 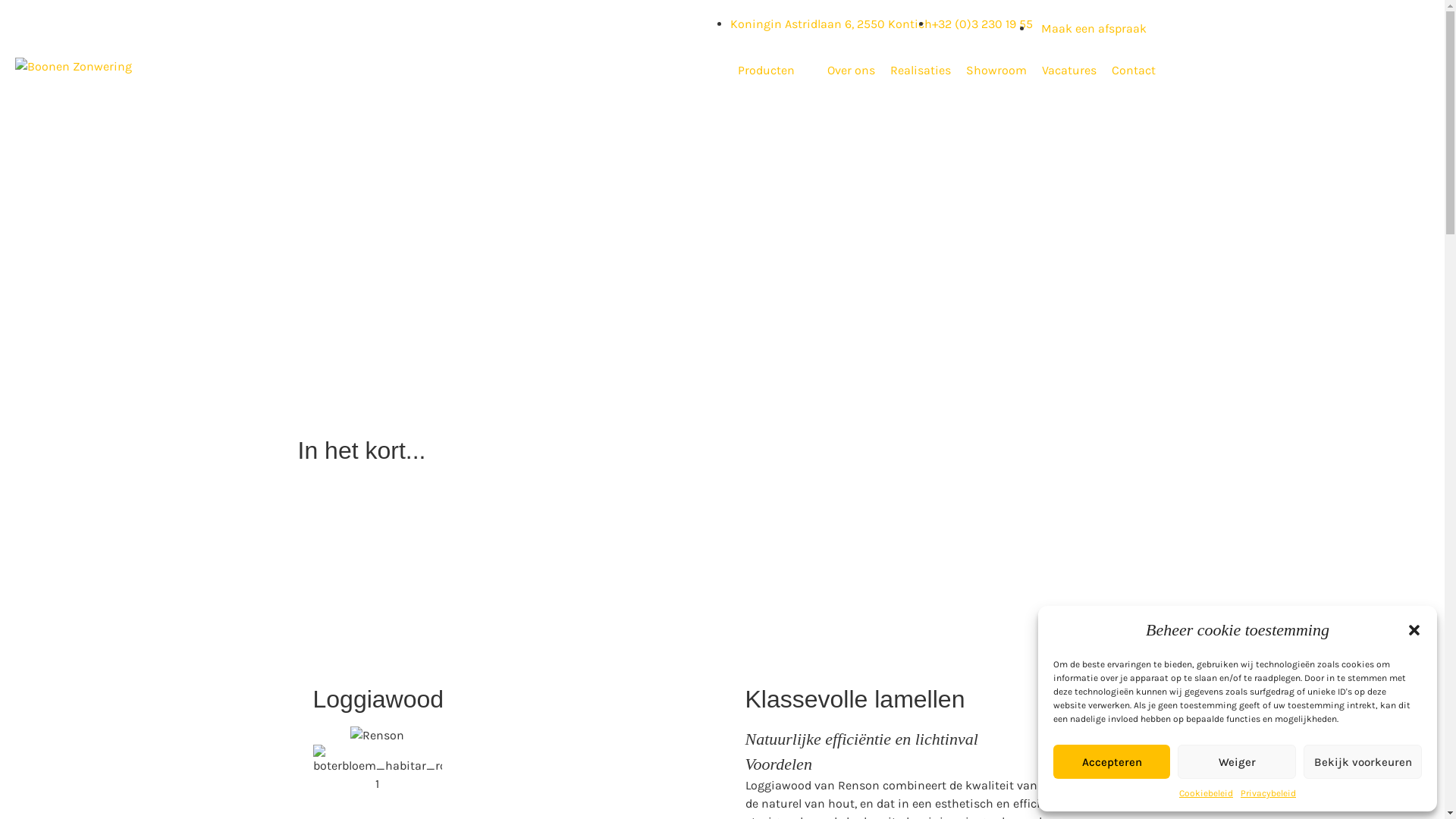 What do you see at coordinates (981, 24) in the screenshot?
I see `'+32 (0)3 230 19 55'` at bounding box center [981, 24].